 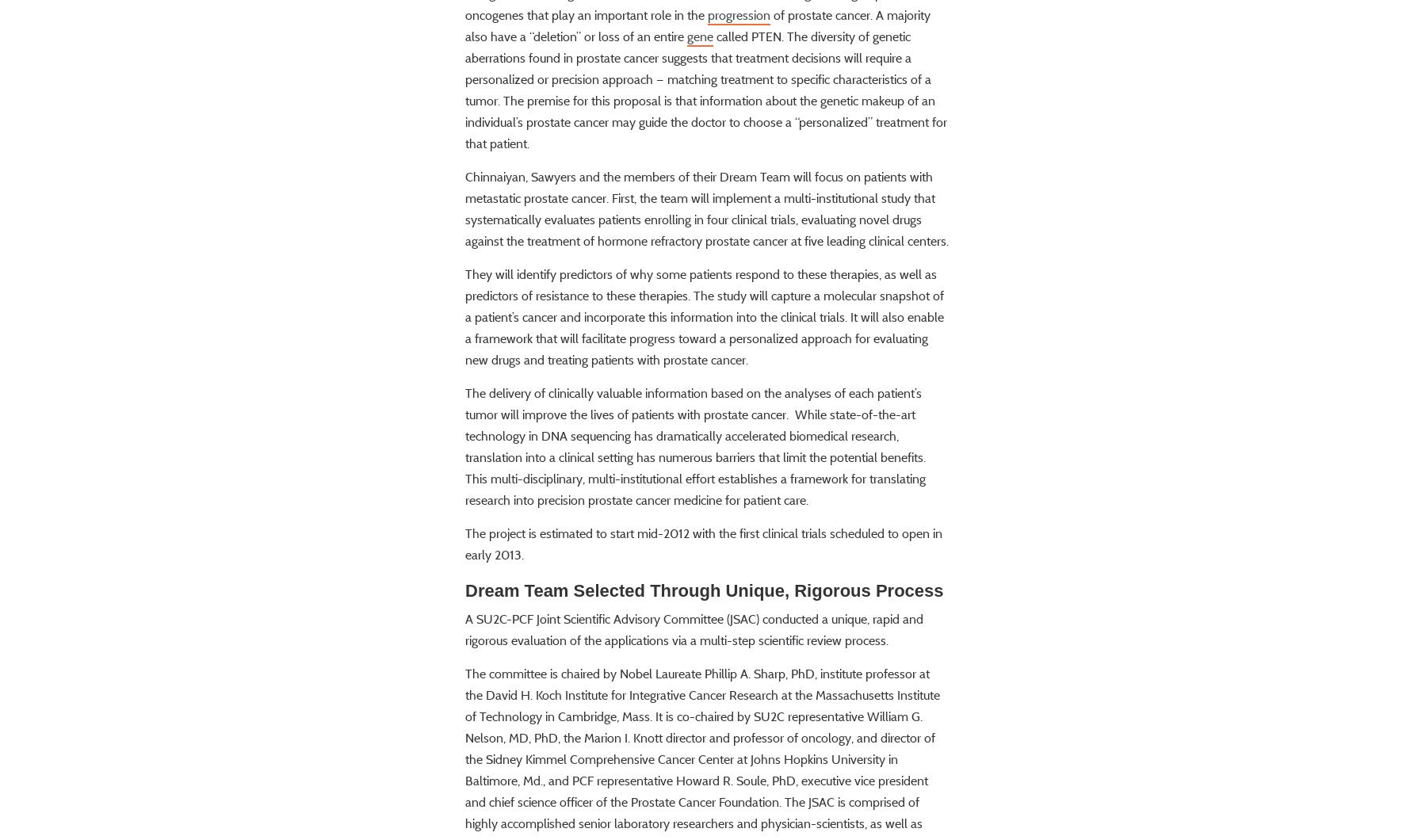 What do you see at coordinates (705, 134) in the screenshot?
I see `'called PTEN. The diversity of genetic aberrations found in prostate cancer suggests that treatment decisions will require a personalized or precision approach — matching treatment to specific characteristics of a tumor. The premise for this proposal is that information about the genetic makeup of an individual’s prostate cancer may guide the doctor to choose a “personalized” treatment for that patient.'` at bounding box center [705, 134].